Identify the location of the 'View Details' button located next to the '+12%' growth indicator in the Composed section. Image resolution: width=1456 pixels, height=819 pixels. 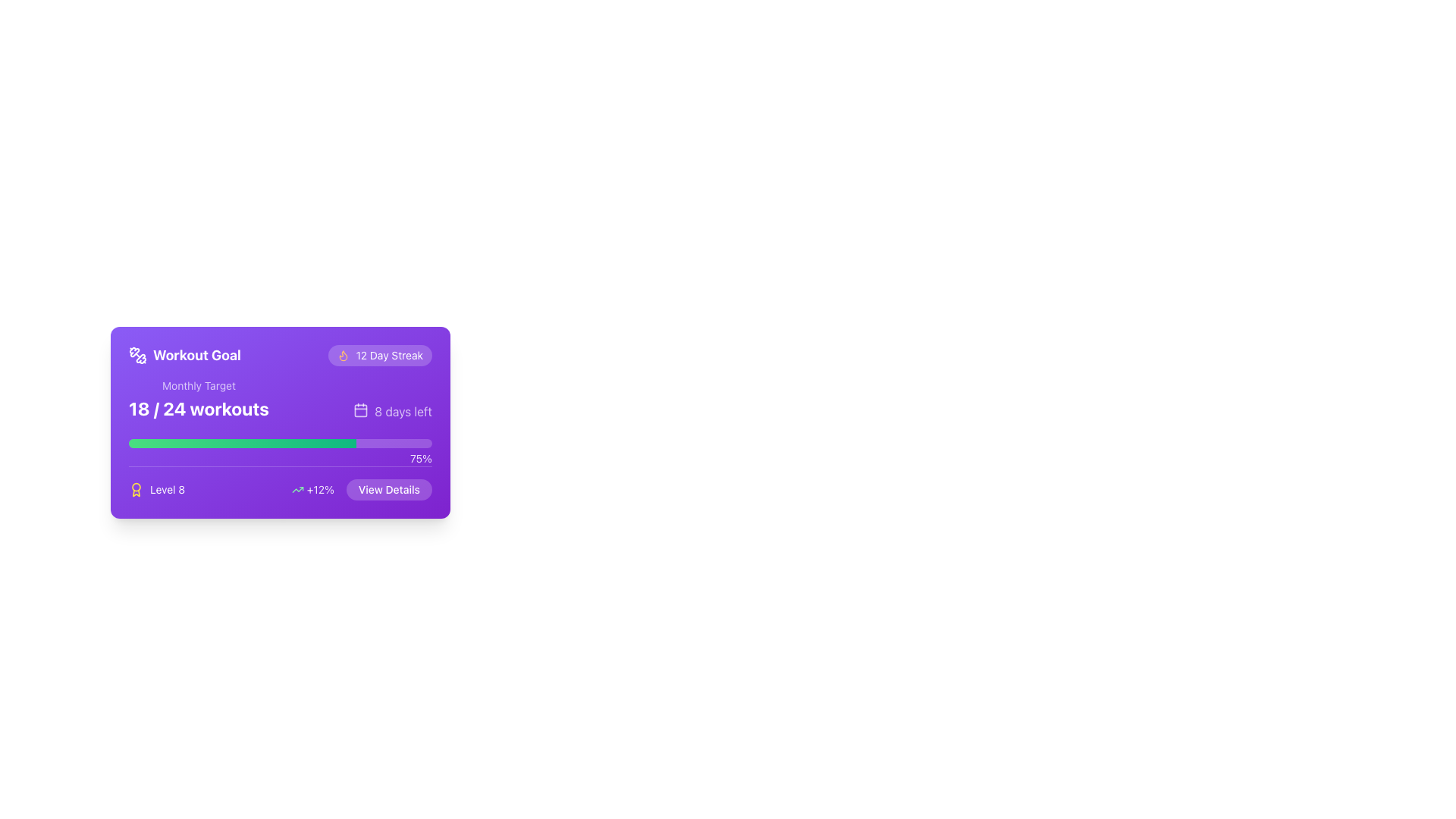
(361, 489).